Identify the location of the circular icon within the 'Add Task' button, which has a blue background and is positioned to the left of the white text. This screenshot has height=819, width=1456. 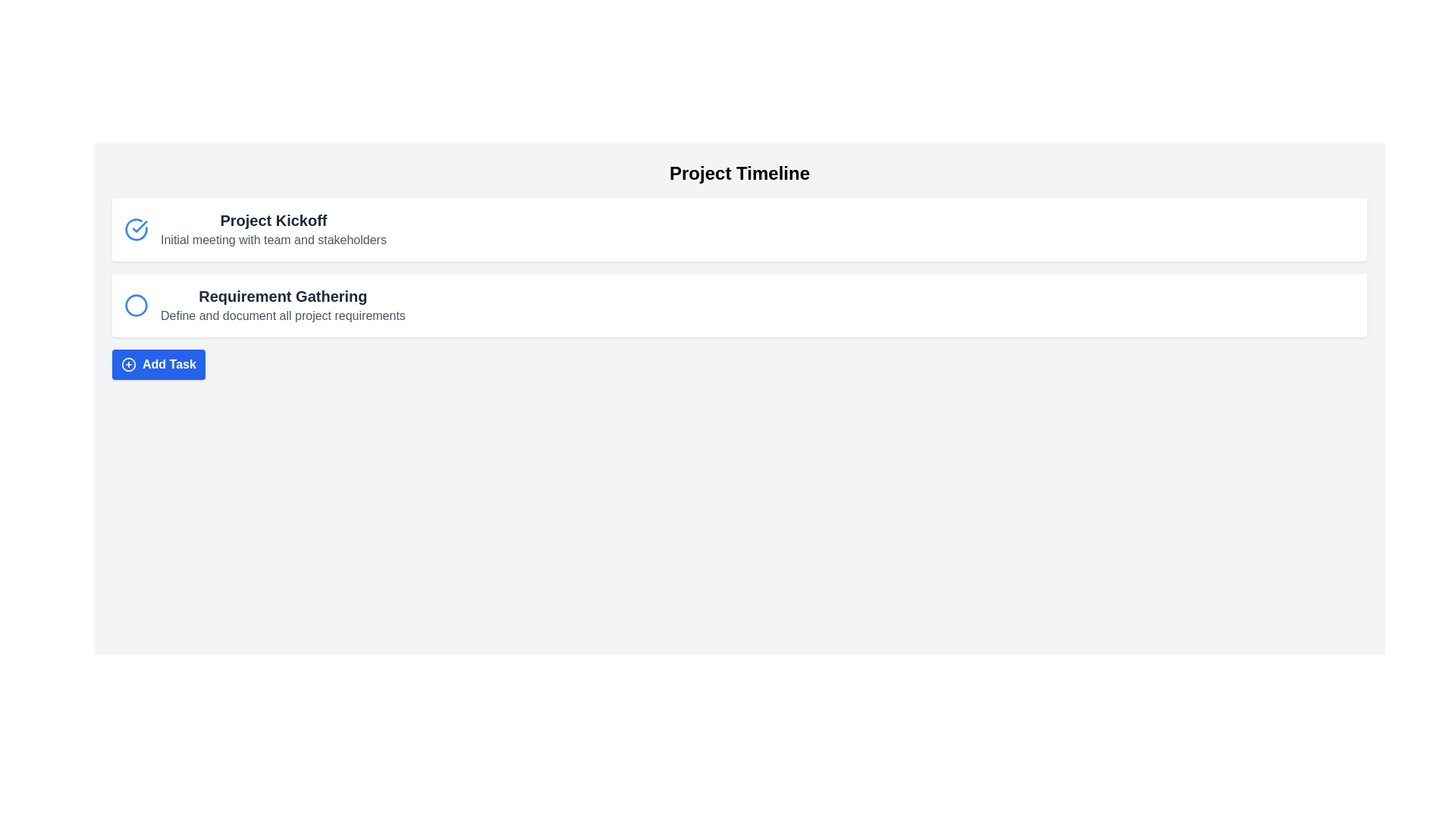
(128, 365).